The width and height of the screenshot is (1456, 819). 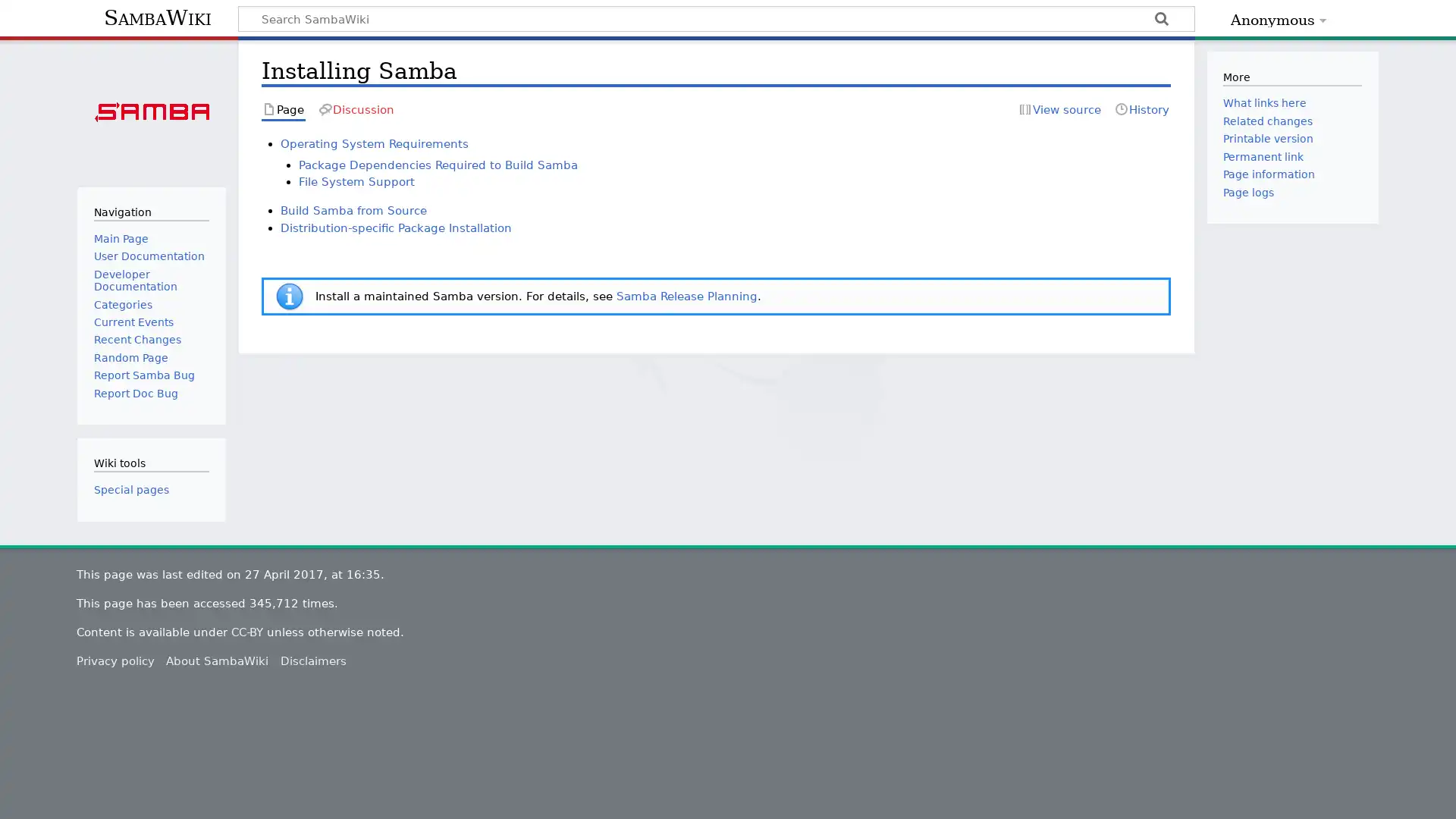 What do you see at coordinates (1160, 20) in the screenshot?
I see `Search` at bounding box center [1160, 20].